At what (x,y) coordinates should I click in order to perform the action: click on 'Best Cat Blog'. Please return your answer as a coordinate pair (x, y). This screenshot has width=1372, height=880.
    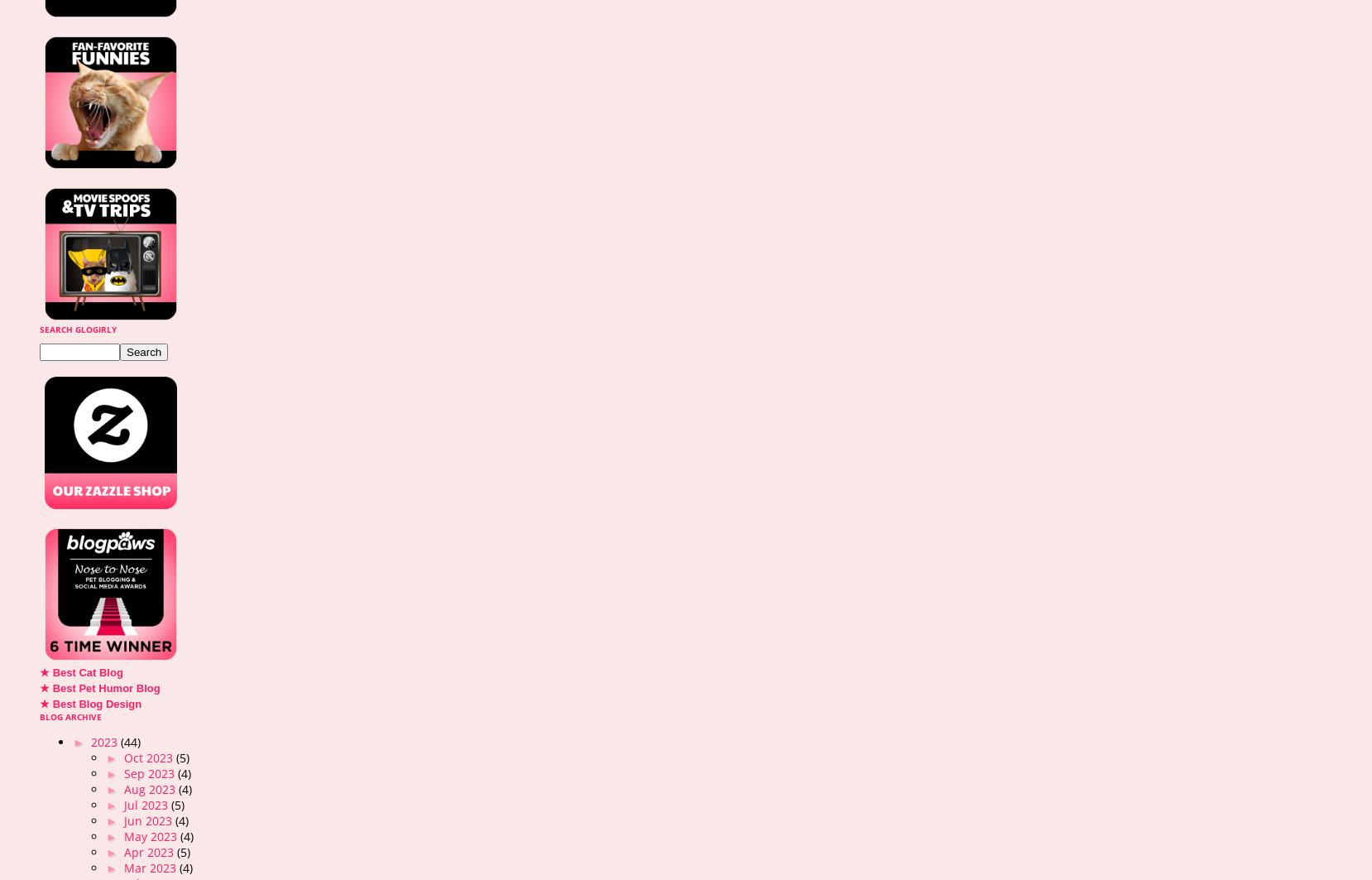
    Looking at the image, I should click on (86, 671).